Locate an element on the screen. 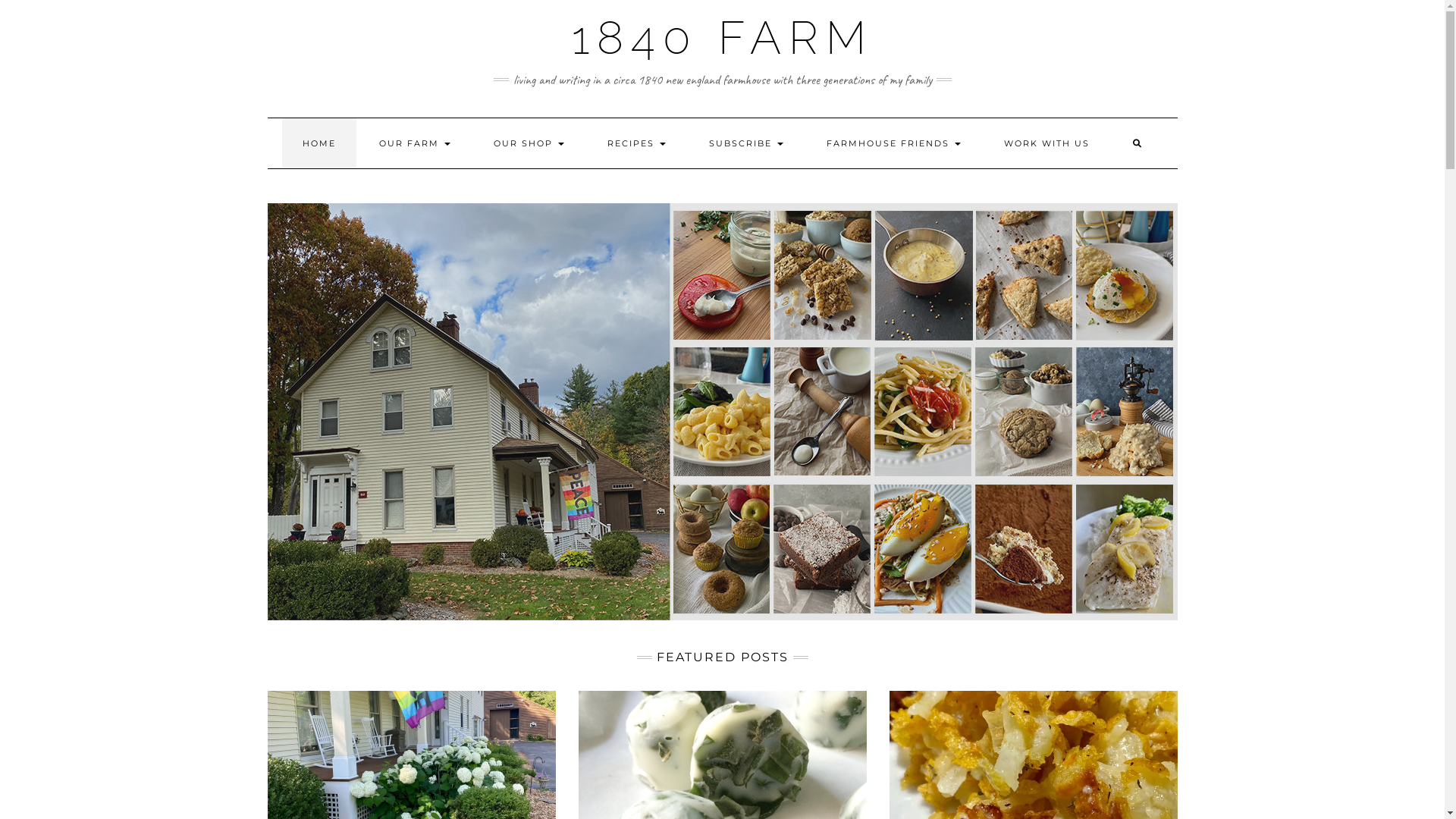 The width and height of the screenshot is (1456, 819). 'WORK WITH US' is located at coordinates (1045, 143).